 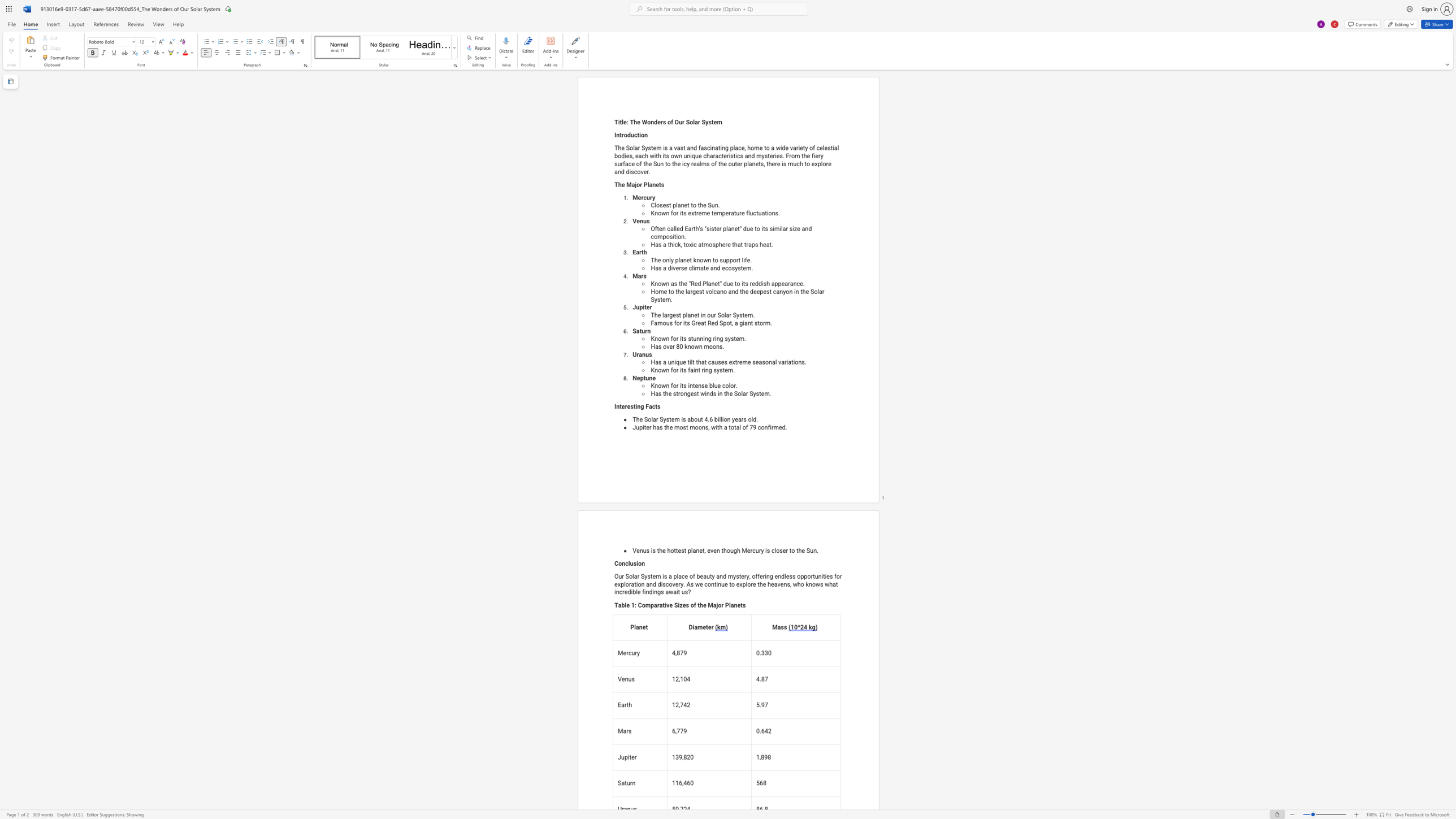 I want to click on the space between the continuous character "e" and ":" in the text, so click(x=626, y=122).